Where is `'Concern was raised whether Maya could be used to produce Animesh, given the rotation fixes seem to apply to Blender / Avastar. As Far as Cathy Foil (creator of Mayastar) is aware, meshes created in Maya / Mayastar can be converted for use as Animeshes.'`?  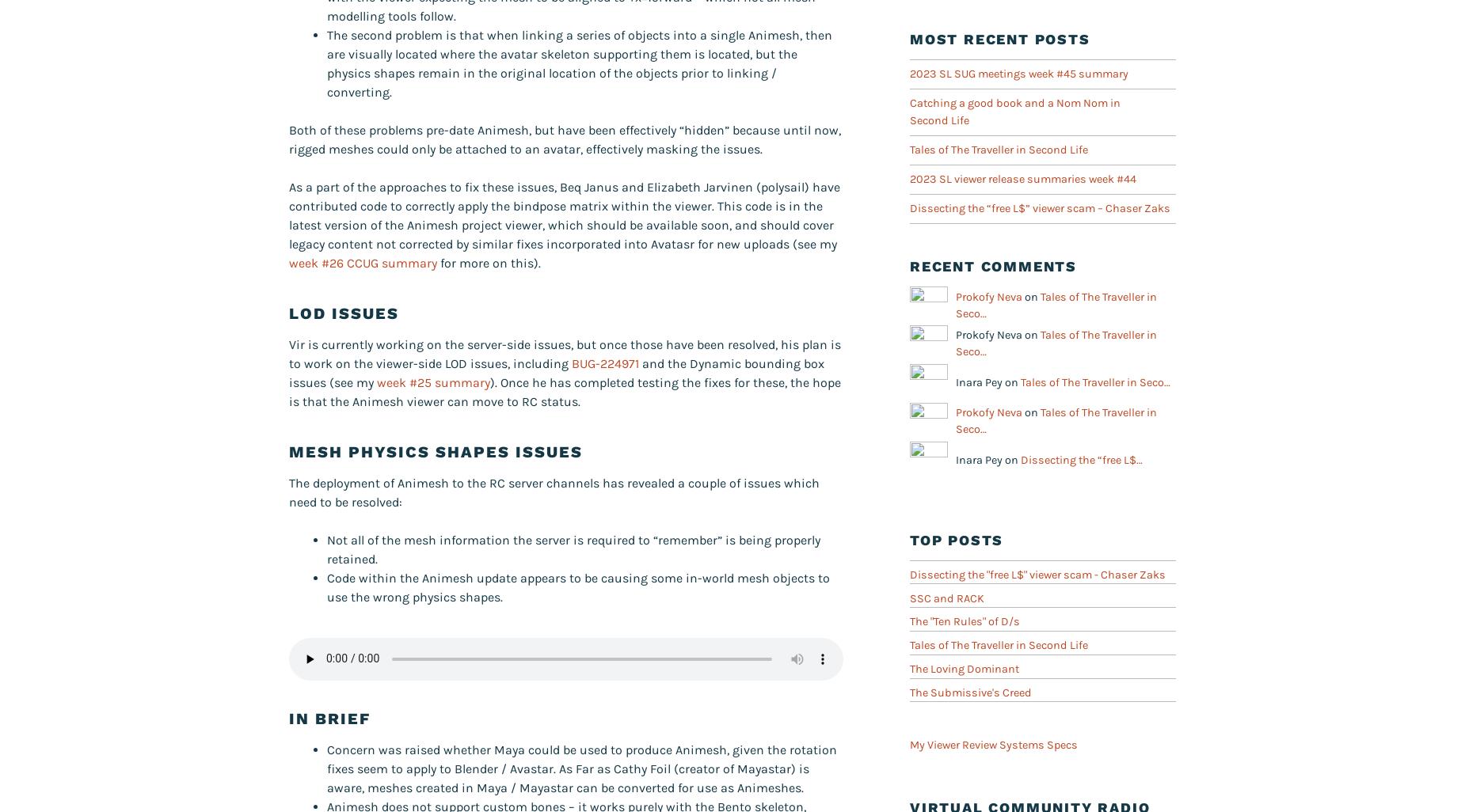
'Concern was raised whether Maya could be used to produce Animesh, given the rotation fixes seem to apply to Blender / Avastar. As Far as Cathy Foil (creator of Mayastar) is aware, meshes created in Maya / Mayastar can be converted for use as Animeshes.' is located at coordinates (582, 768).